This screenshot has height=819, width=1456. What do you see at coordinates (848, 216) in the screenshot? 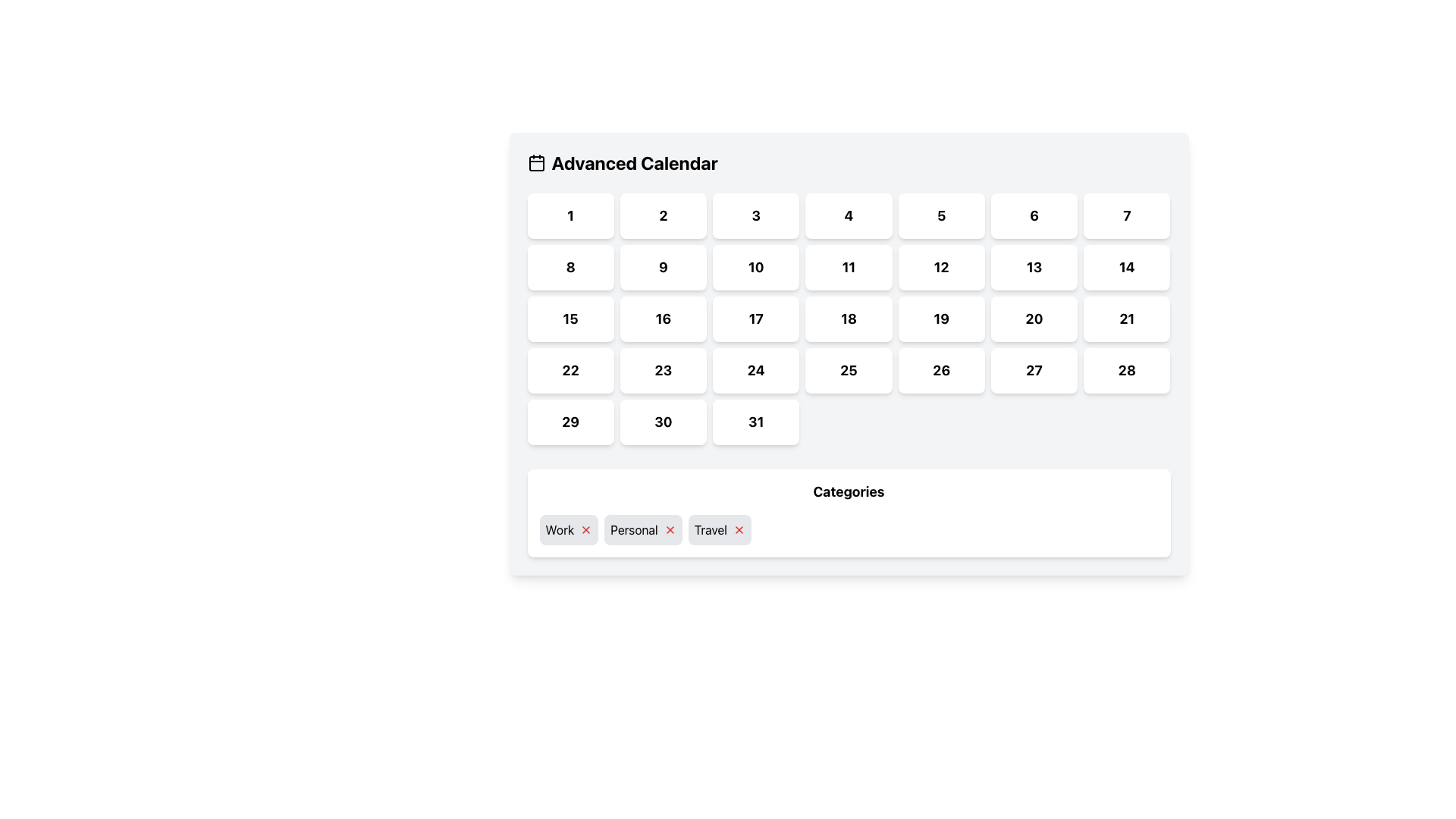
I see `the interactive button representing the fourth day in the 'Advanced Calendar' interface` at bounding box center [848, 216].